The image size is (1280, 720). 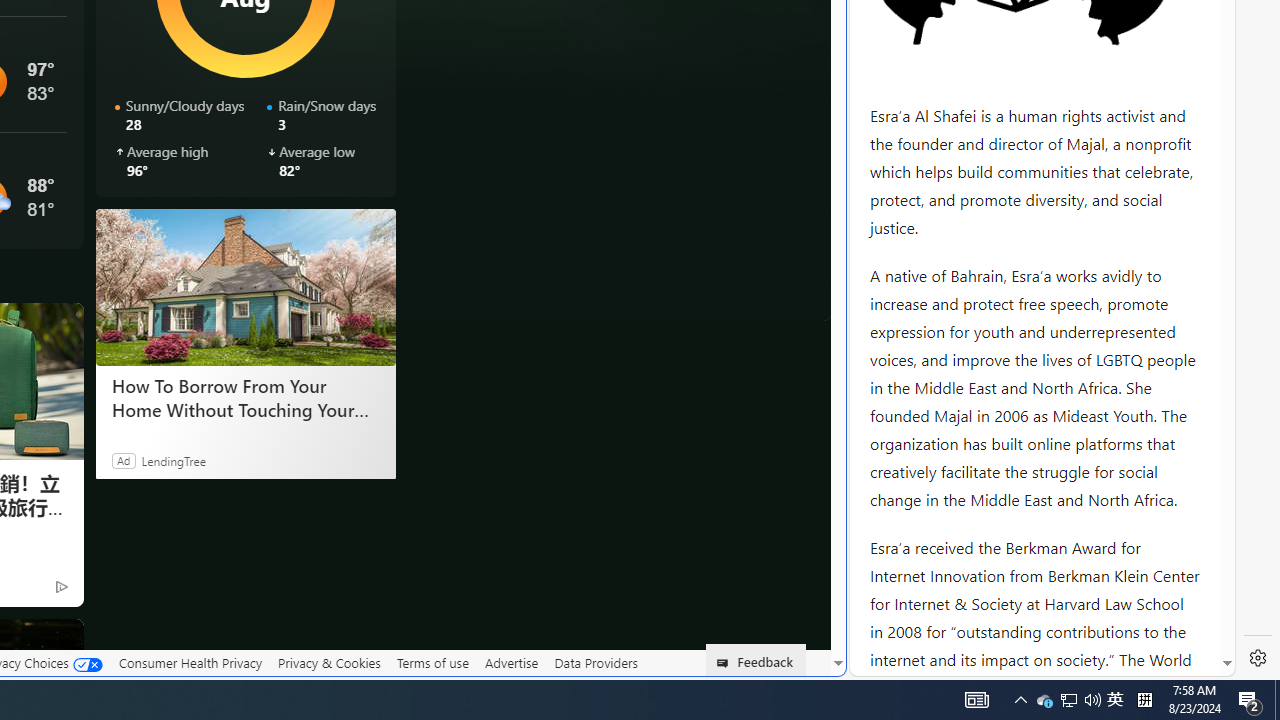 I want to click on 'Consumer Health Privacy', so click(x=190, y=663).